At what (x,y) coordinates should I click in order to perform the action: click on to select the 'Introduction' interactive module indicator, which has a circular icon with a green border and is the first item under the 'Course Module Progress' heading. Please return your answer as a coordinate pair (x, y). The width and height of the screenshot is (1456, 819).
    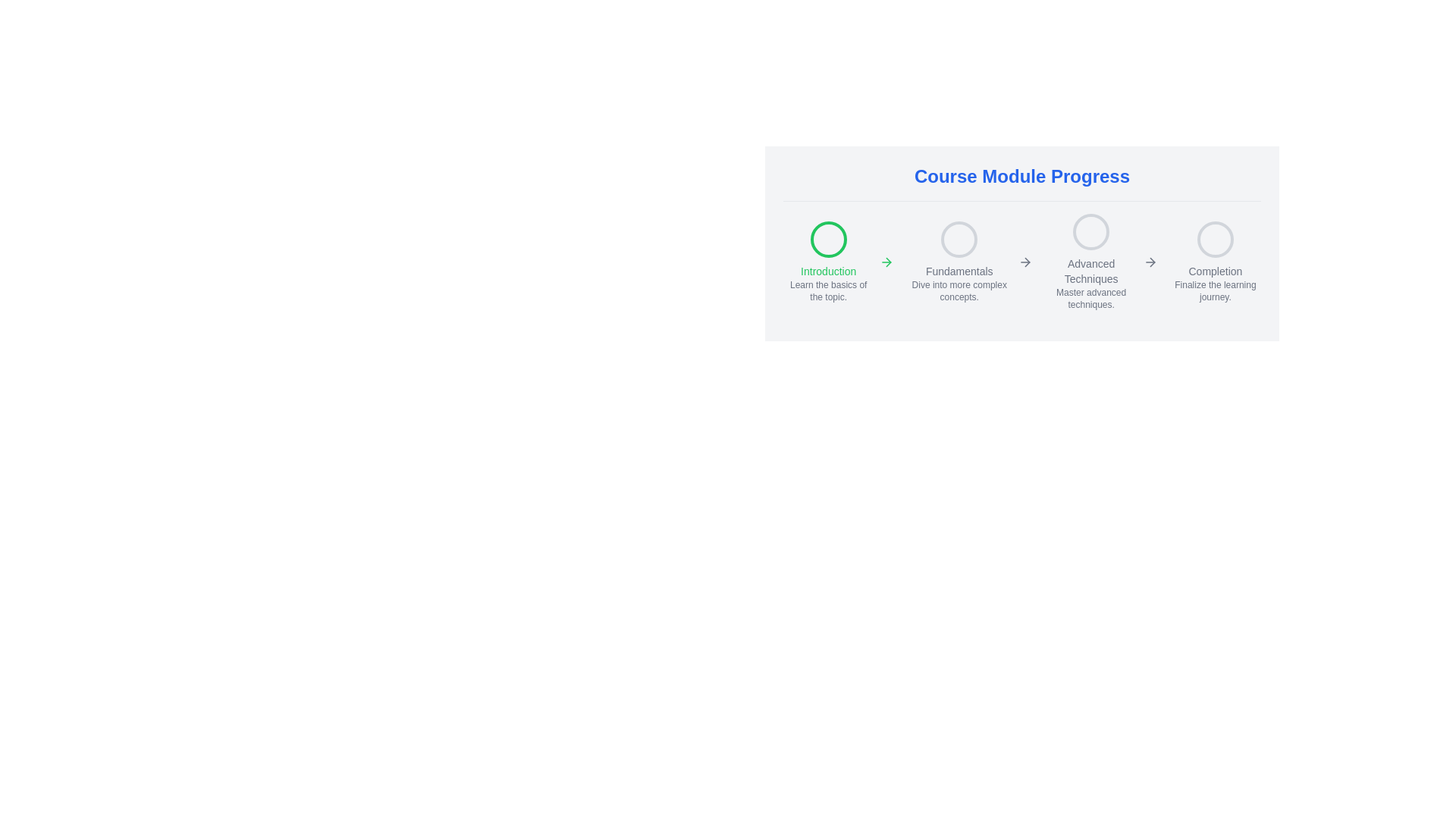
    Looking at the image, I should click on (838, 262).